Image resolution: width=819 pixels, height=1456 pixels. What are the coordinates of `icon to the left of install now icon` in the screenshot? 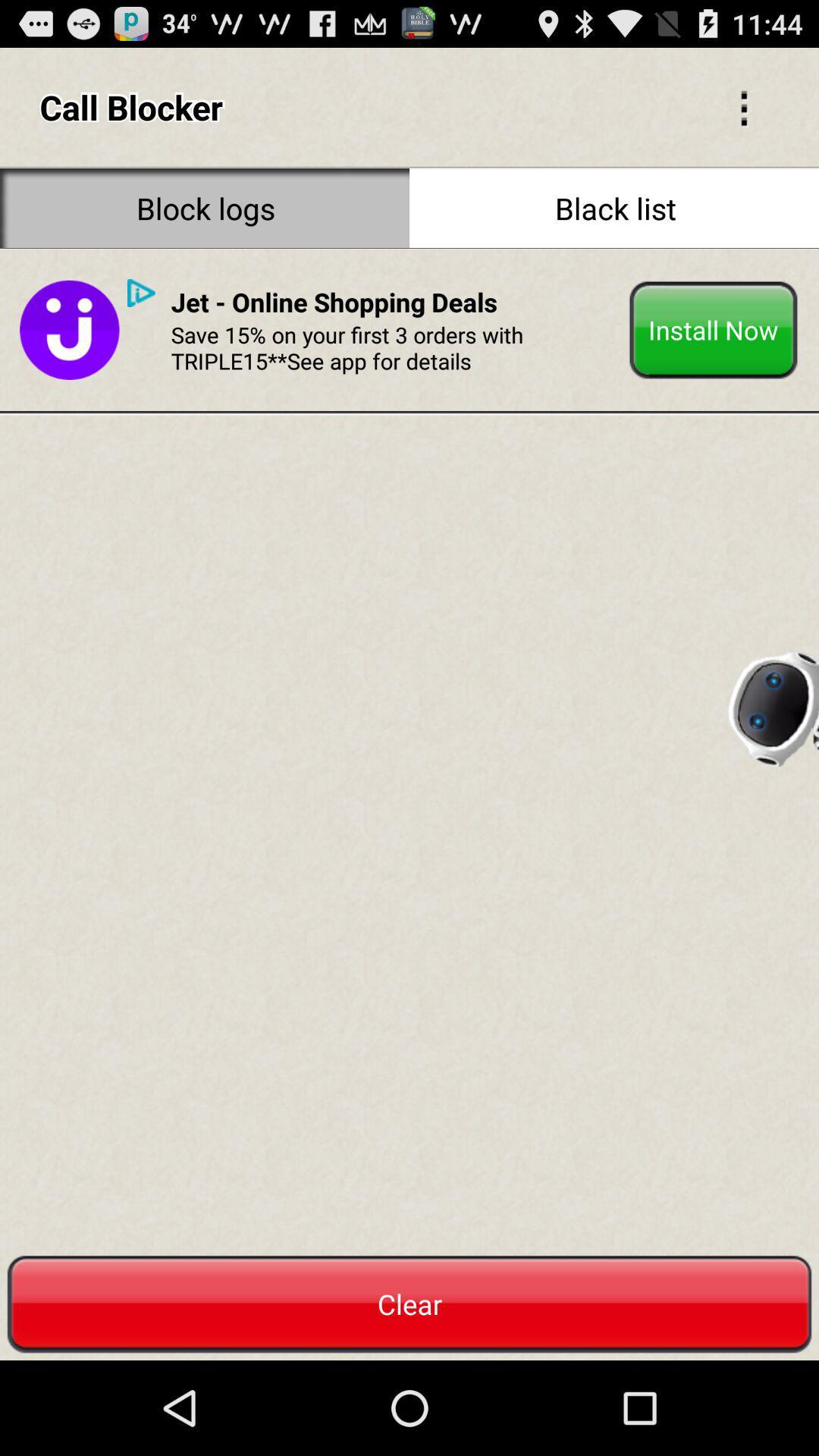 It's located at (333, 302).